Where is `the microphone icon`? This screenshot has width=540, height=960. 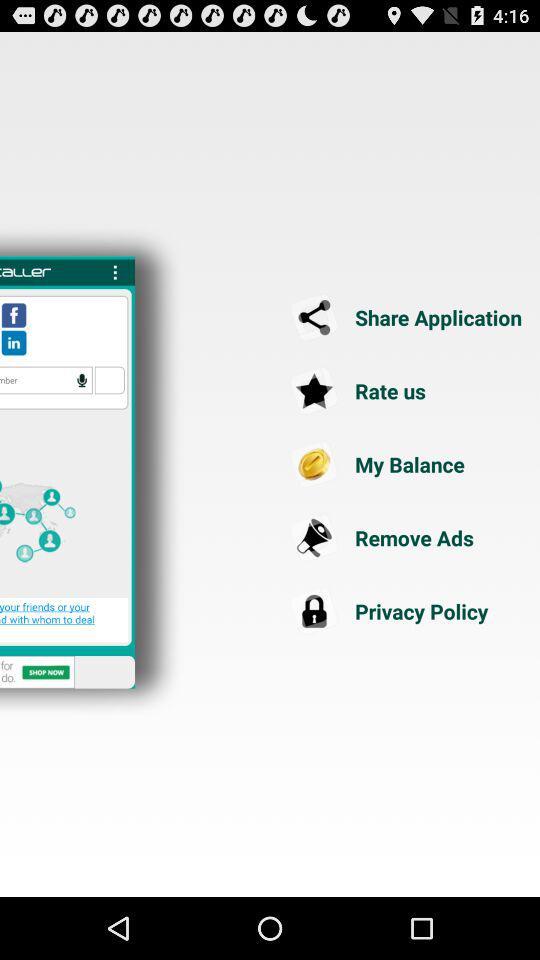
the microphone icon is located at coordinates (81, 405).